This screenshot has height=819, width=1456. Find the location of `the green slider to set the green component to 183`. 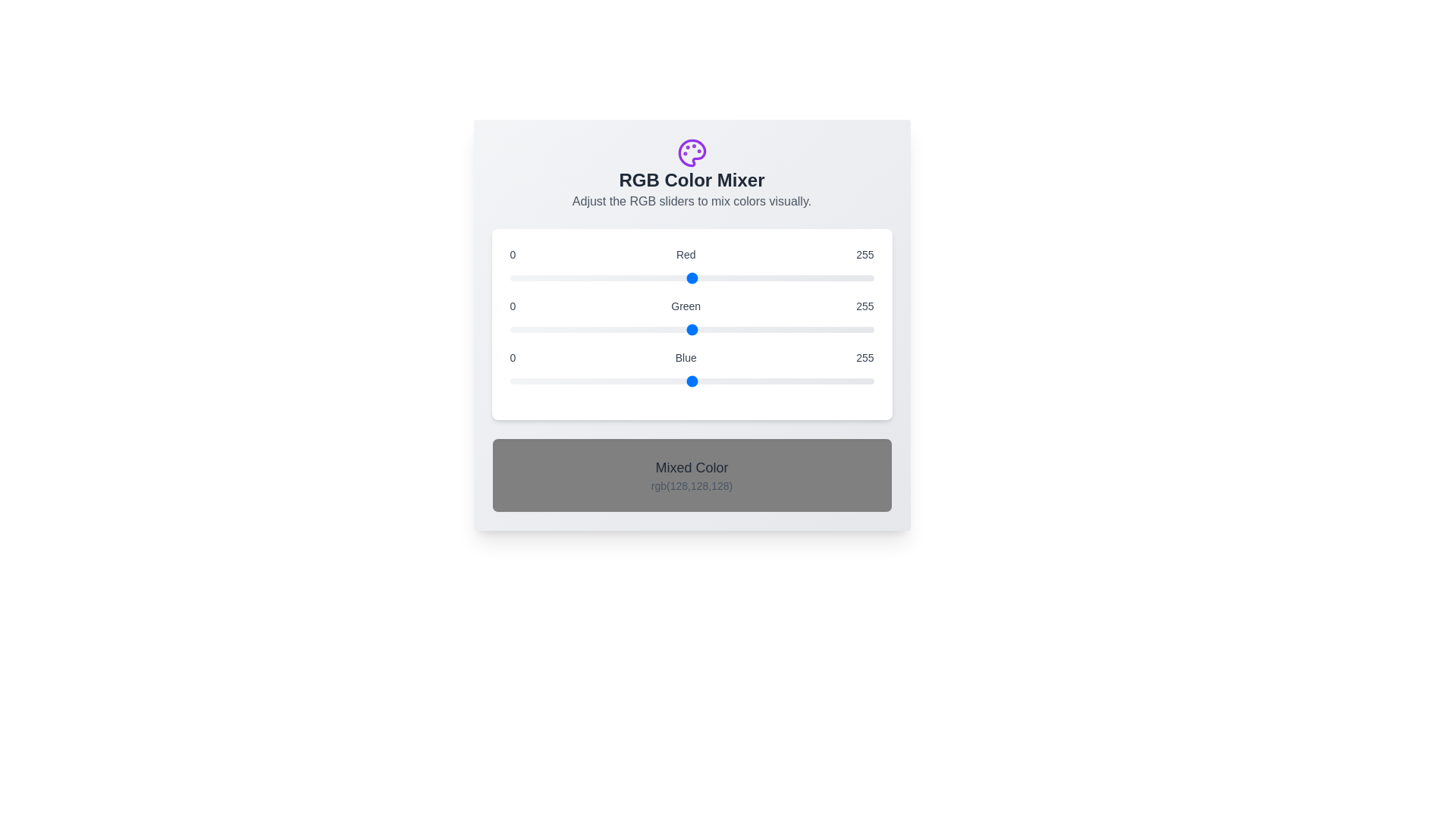

the green slider to set the green component to 183 is located at coordinates (771, 329).